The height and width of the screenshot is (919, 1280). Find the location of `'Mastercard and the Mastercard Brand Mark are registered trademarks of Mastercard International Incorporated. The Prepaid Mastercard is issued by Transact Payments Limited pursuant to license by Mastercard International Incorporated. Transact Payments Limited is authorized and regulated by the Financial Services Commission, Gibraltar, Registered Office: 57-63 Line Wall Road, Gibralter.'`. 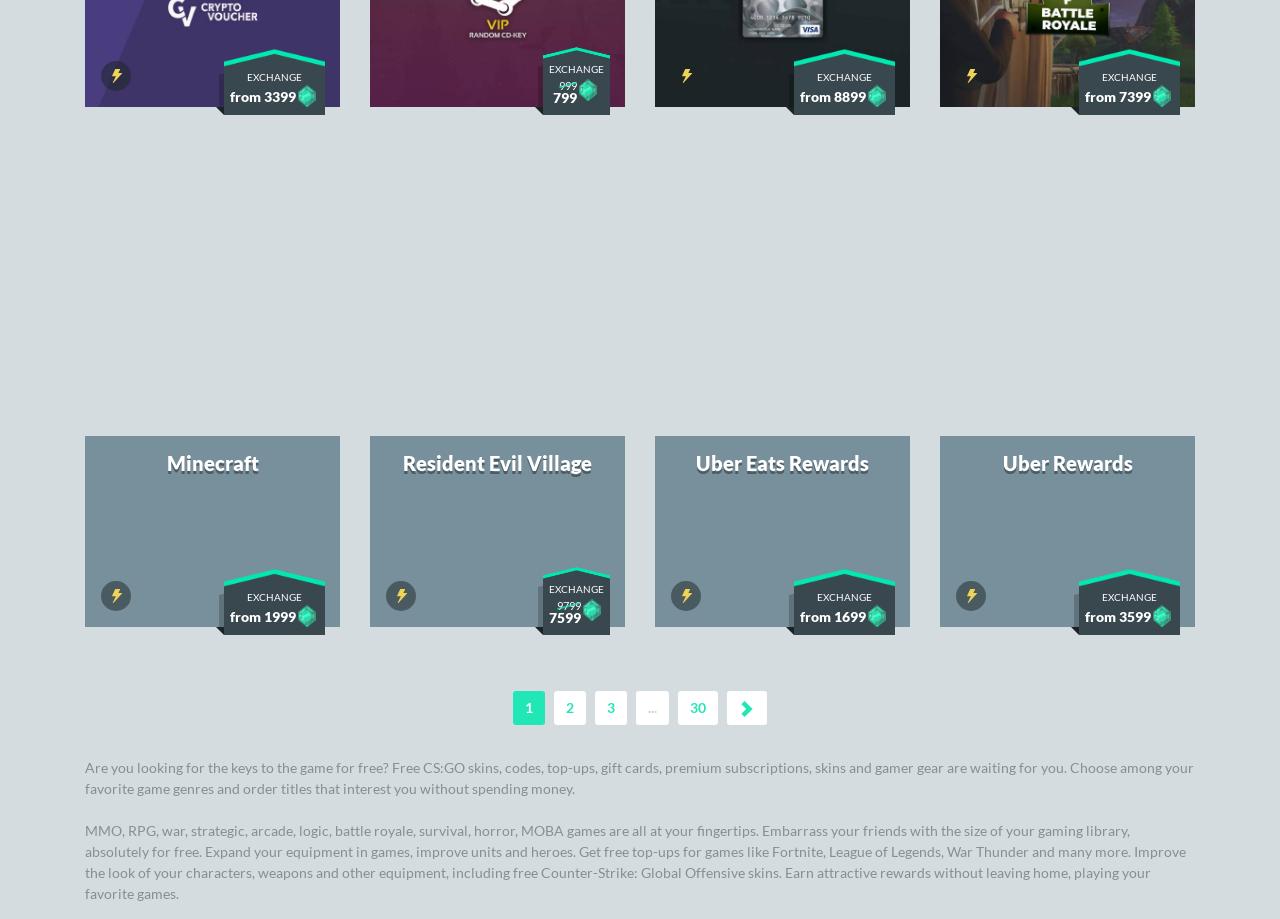

'Mastercard and the Mastercard Brand Mark are registered trademarks of Mastercard International Incorporated. The Prepaid Mastercard is issued by Transact Payments Limited pursuant to license by Mastercard International Incorporated. Transact Payments Limited is authorized and regulated by the Financial Services Commission, Gibraltar, Registered Office: 57-63 Line Wall Road, Gibralter.' is located at coordinates (638, 809).